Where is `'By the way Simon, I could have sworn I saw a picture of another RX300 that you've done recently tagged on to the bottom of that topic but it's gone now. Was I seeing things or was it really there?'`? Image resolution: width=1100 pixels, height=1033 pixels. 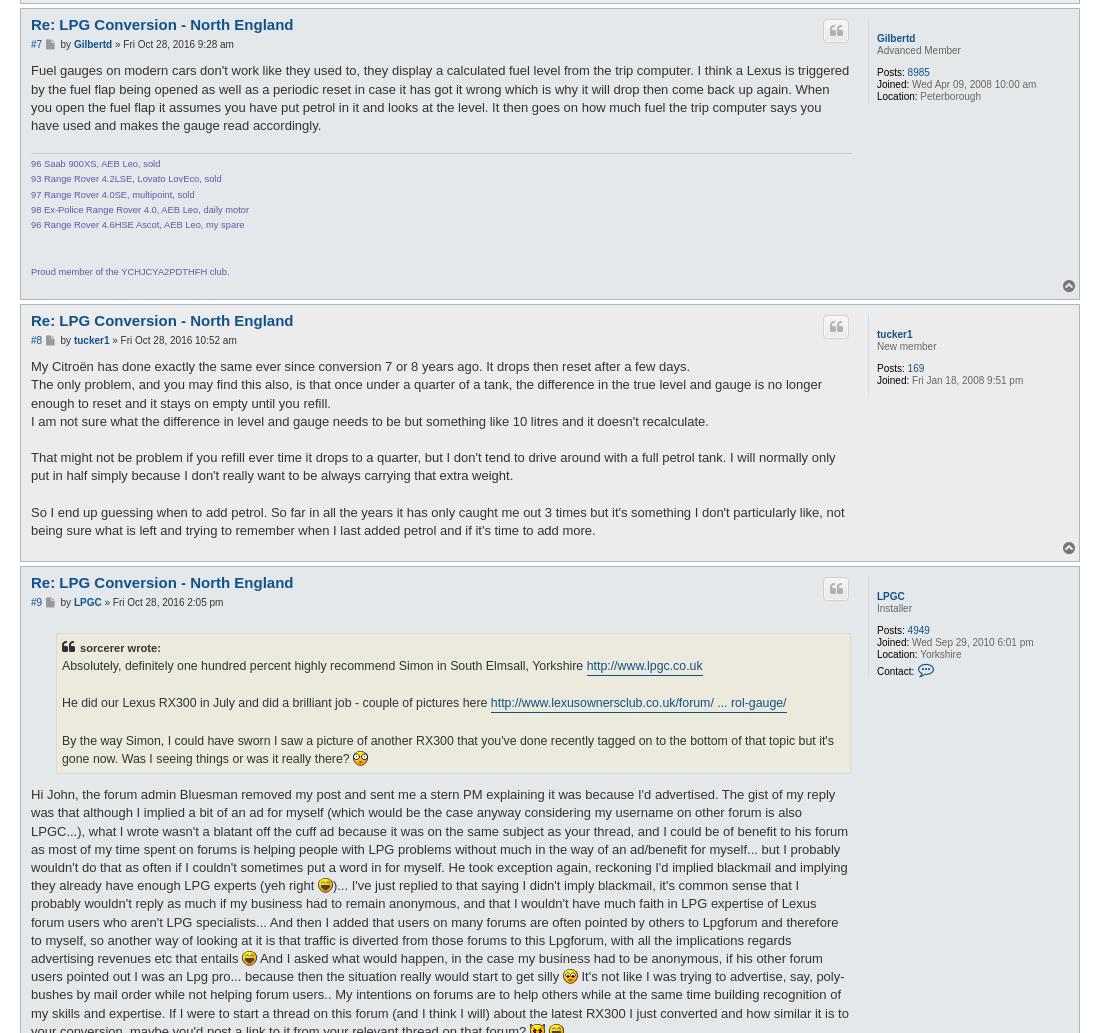
'By the way Simon, I could have sworn I saw a picture of another RX300 that you've done recently tagged on to the bottom of that topic but it's gone now. Was I seeing things or was it really there?' is located at coordinates (446, 749).